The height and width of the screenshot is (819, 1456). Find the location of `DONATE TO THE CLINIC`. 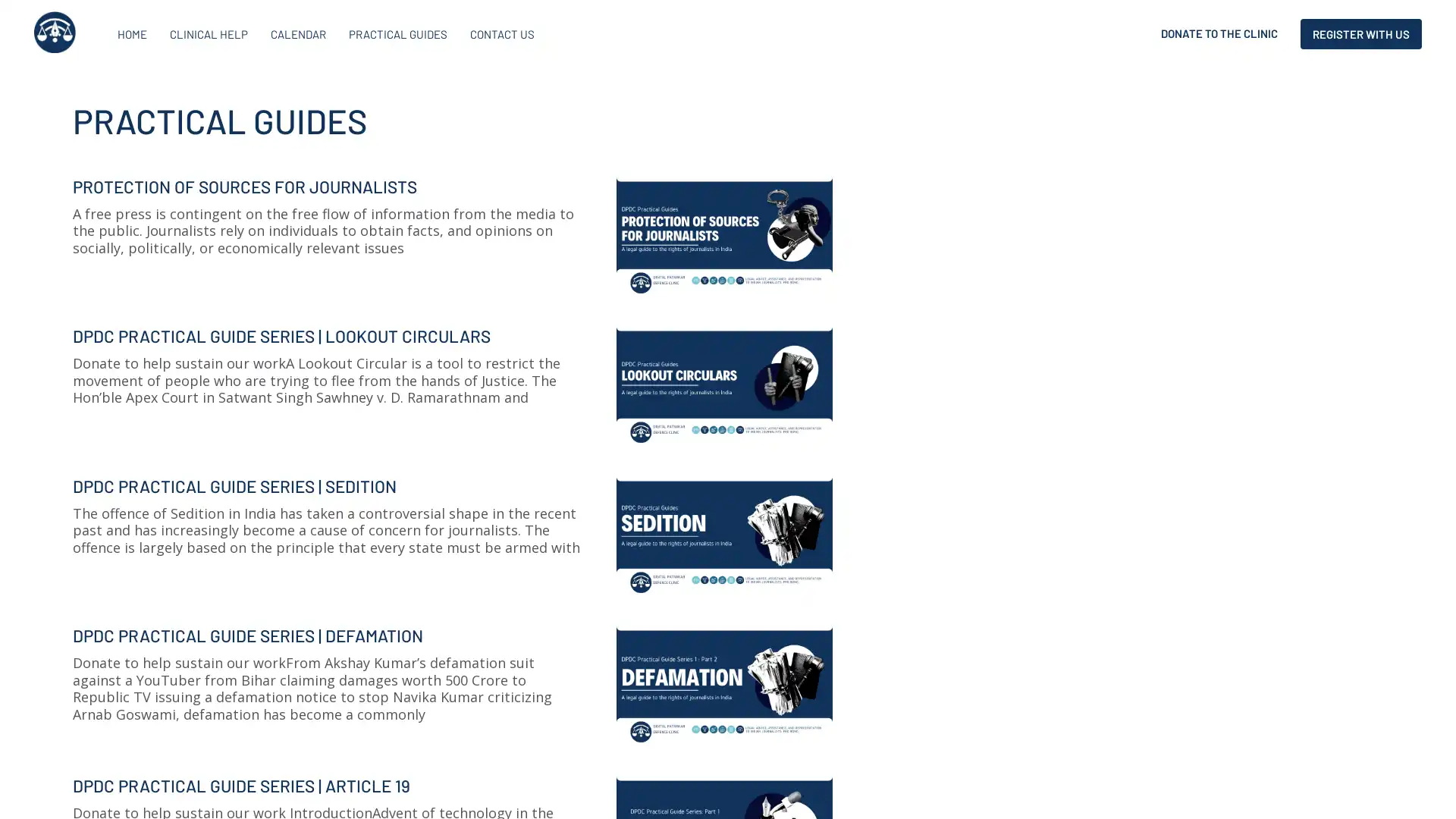

DONATE TO THE CLINIC is located at coordinates (1219, 34).